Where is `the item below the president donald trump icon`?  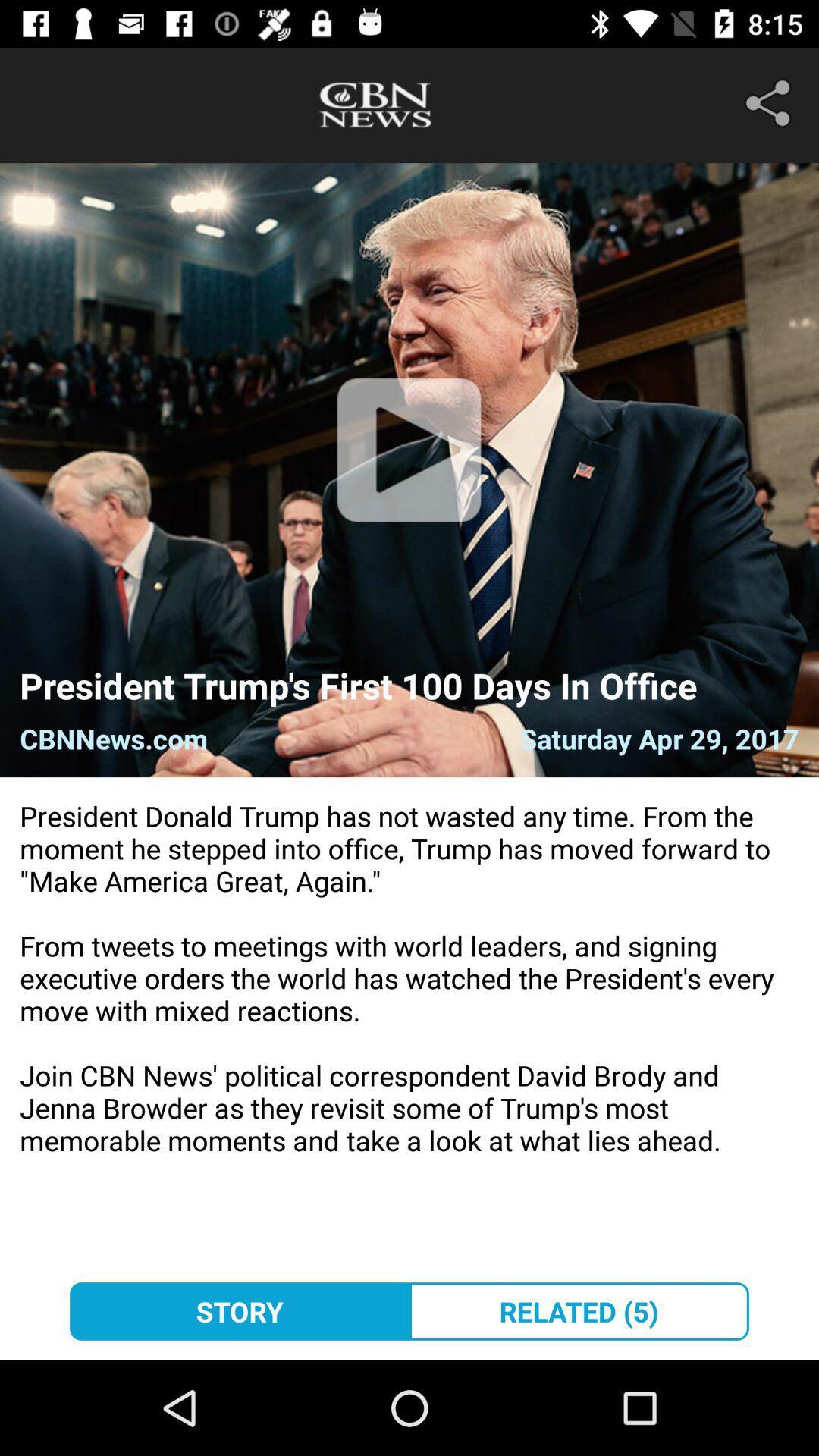
the item below the president donald trump icon is located at coordinates (579, 1310).